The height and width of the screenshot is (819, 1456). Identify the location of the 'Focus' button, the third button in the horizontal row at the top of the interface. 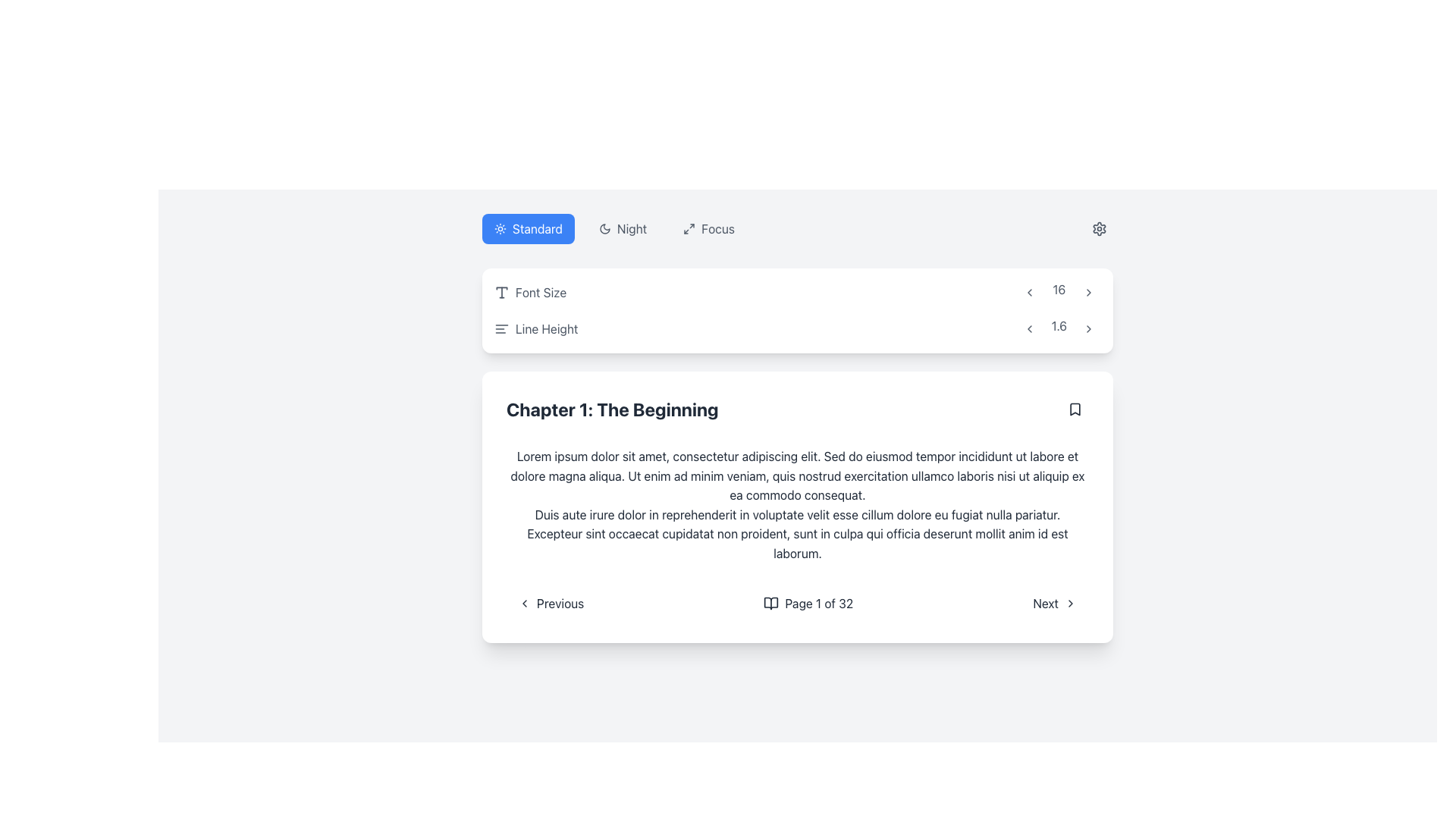
(708, 228).